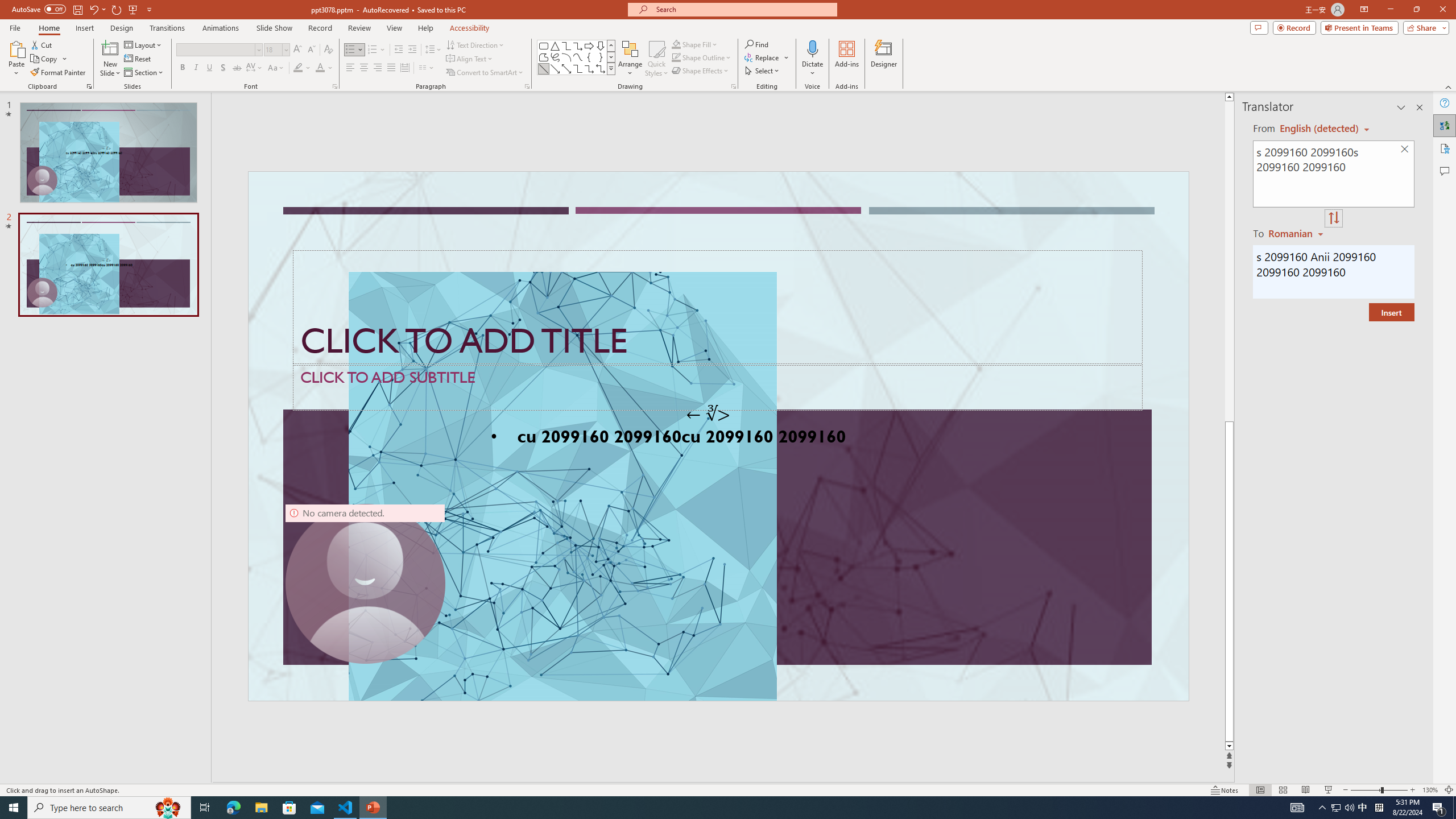 Image resolution: width=1456 pixels, height=819 pixels. I want to click on 'Connector: Elbow Double-Arrow', so click(600, 68).